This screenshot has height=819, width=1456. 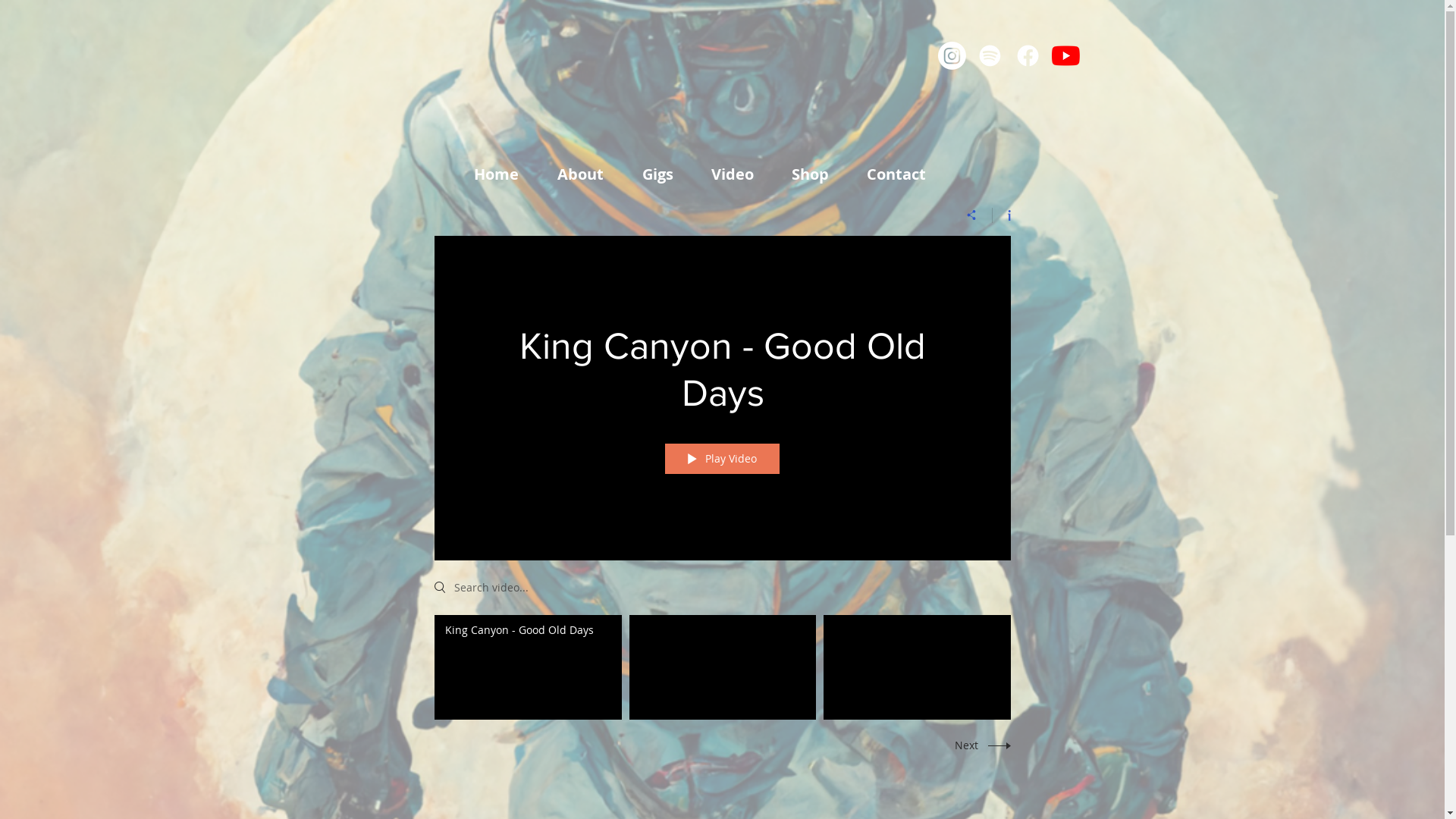 I want to click on 'Play Video', so click(x=720, y=458).